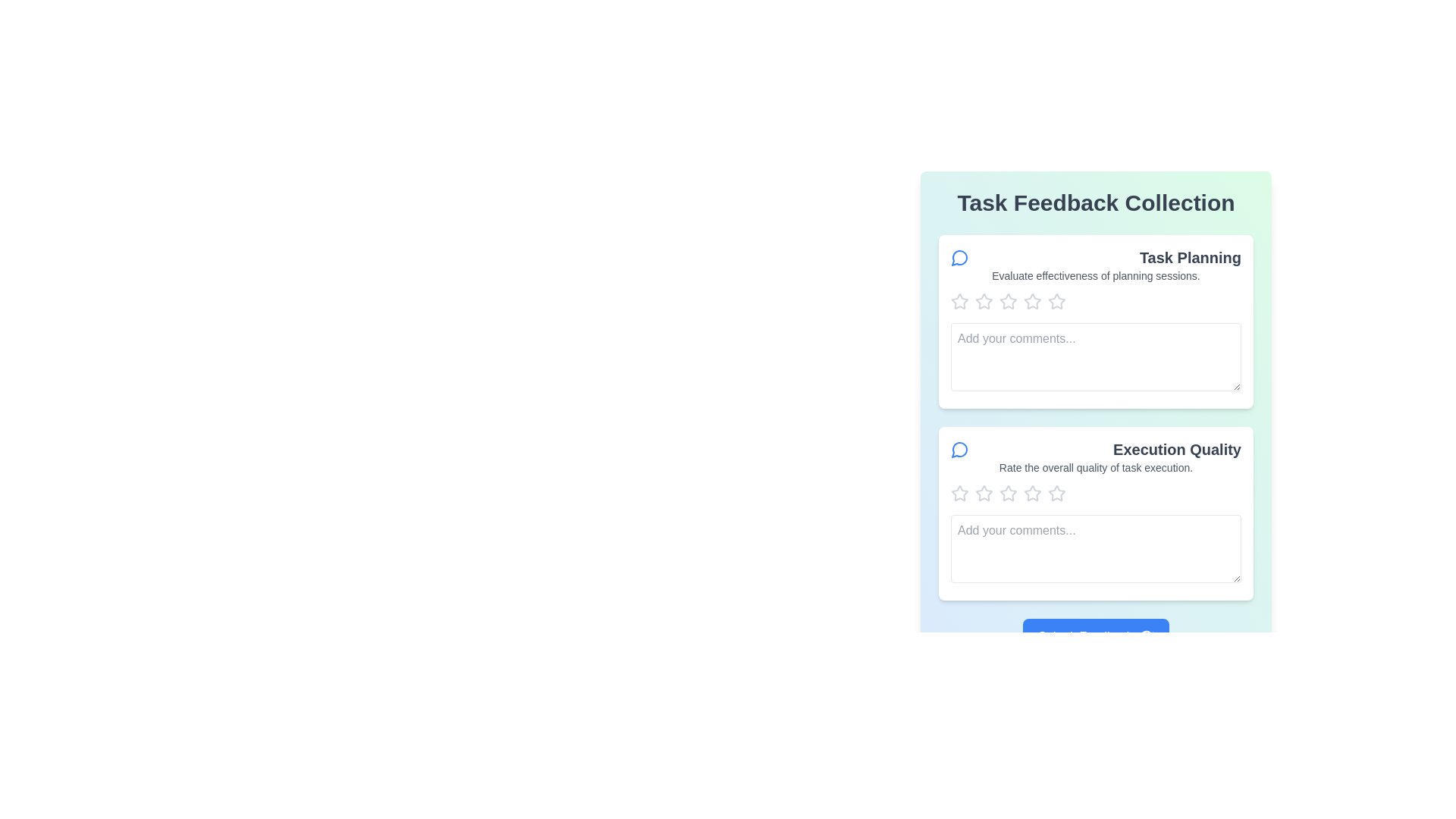  What do you see at coordinates (1096, 637) in the screenshot?
I see `the feedback submission button located at the bottom of the feedback sections for 'Task Planning' and 'Execution Quality'` at bounding box center [1096, 637].